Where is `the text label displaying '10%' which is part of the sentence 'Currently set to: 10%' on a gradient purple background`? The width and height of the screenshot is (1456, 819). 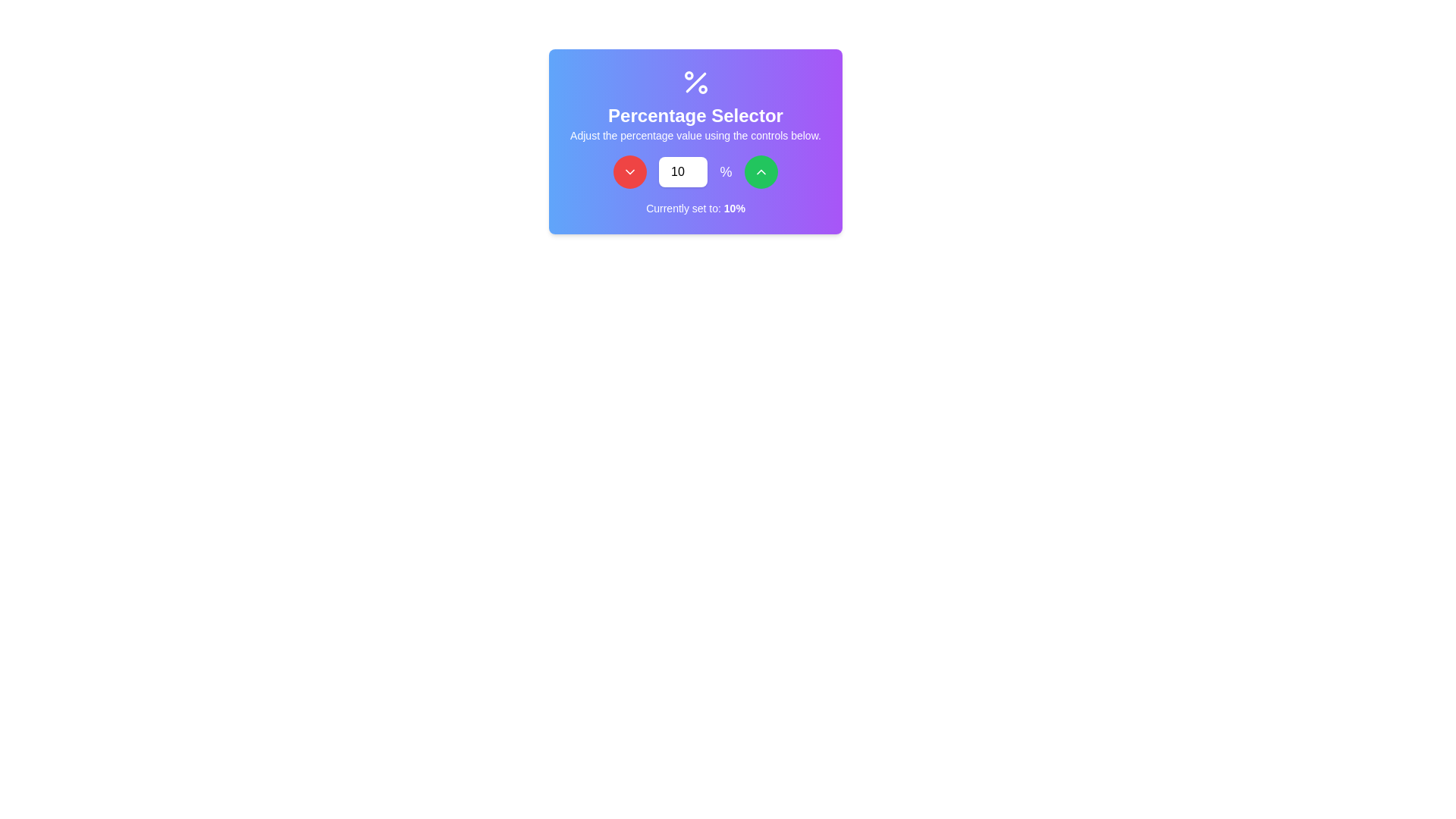
the text label displaying '10%' which is part of the sentence 'Currently set to: 10%' on a gradient purple background is located at coordinates (734, 208).